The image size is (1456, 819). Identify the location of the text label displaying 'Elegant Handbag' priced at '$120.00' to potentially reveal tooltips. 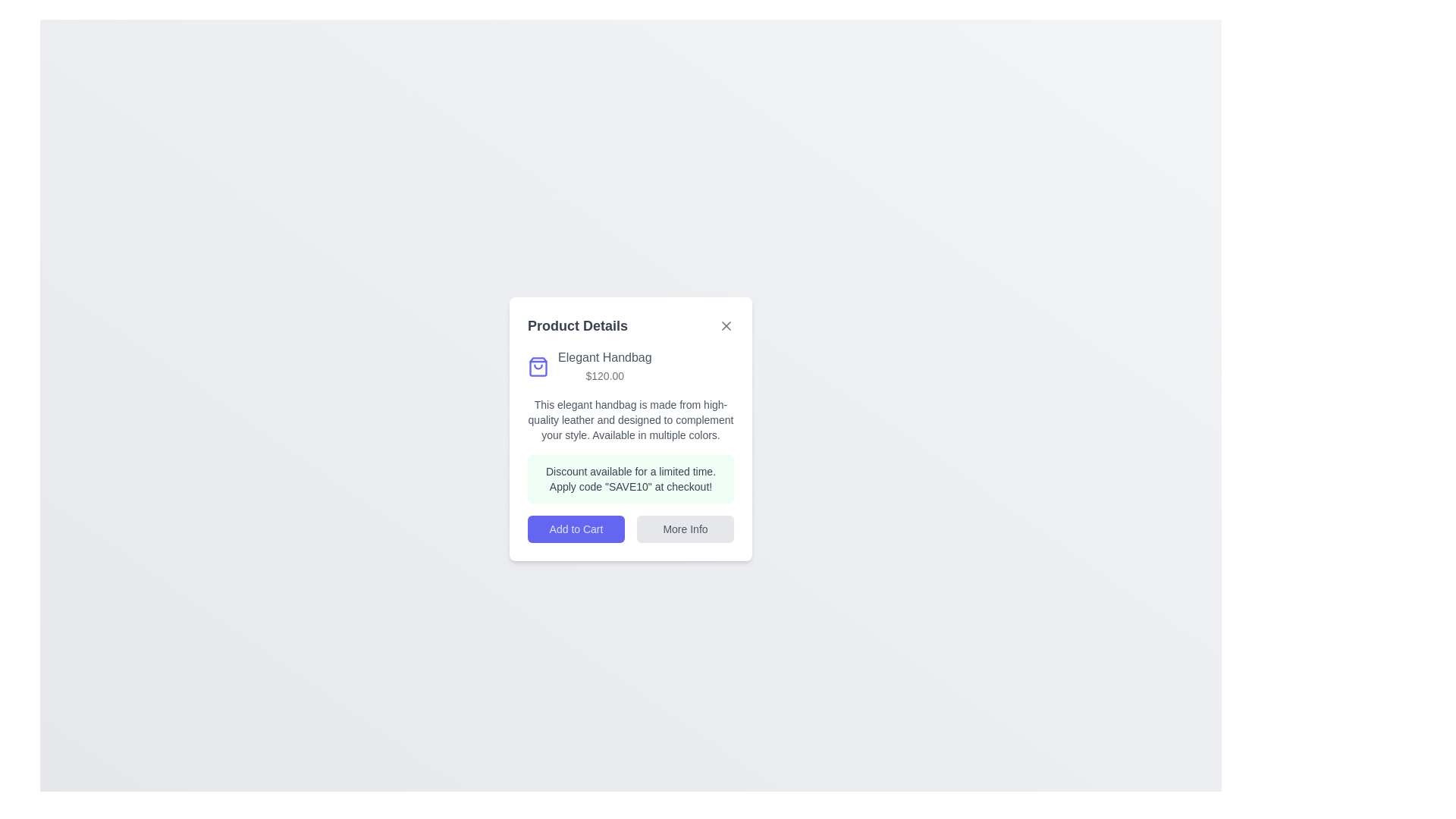
(604, 366).